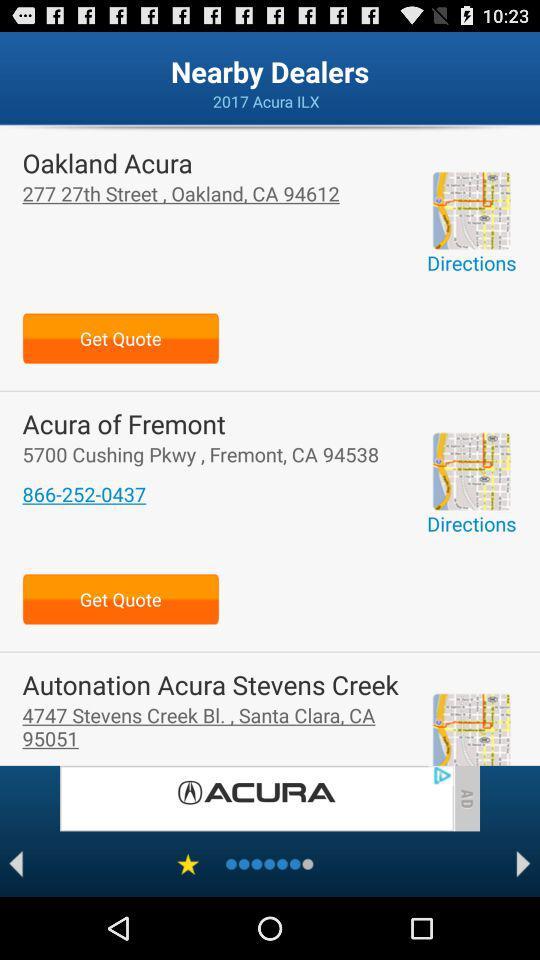 The height and width of the screenshot is (960, 540). I want to click on goto previous page, so click(15, 863).